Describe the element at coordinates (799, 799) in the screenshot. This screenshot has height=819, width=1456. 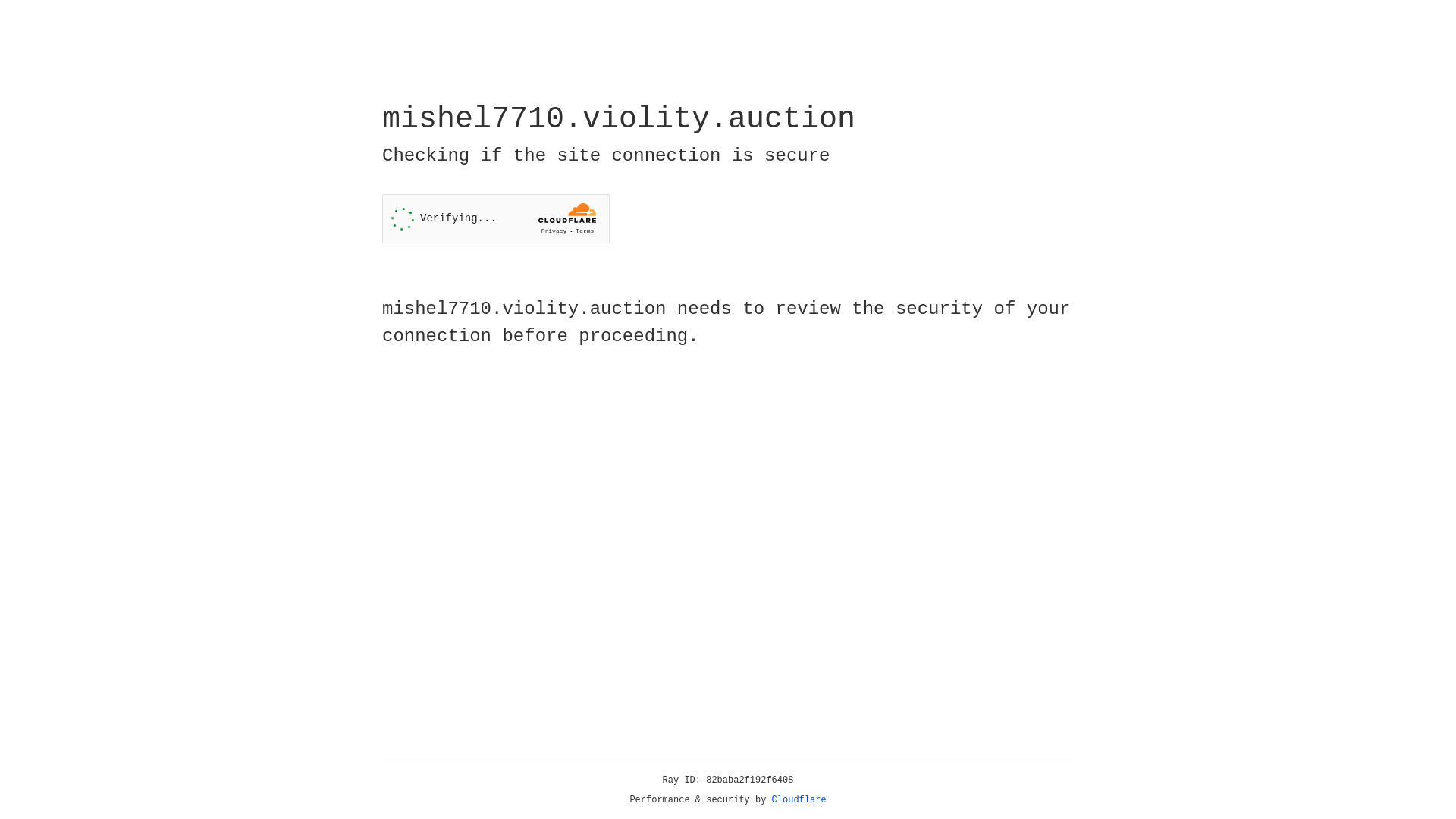
I see `'Cloudflare'` at that location.